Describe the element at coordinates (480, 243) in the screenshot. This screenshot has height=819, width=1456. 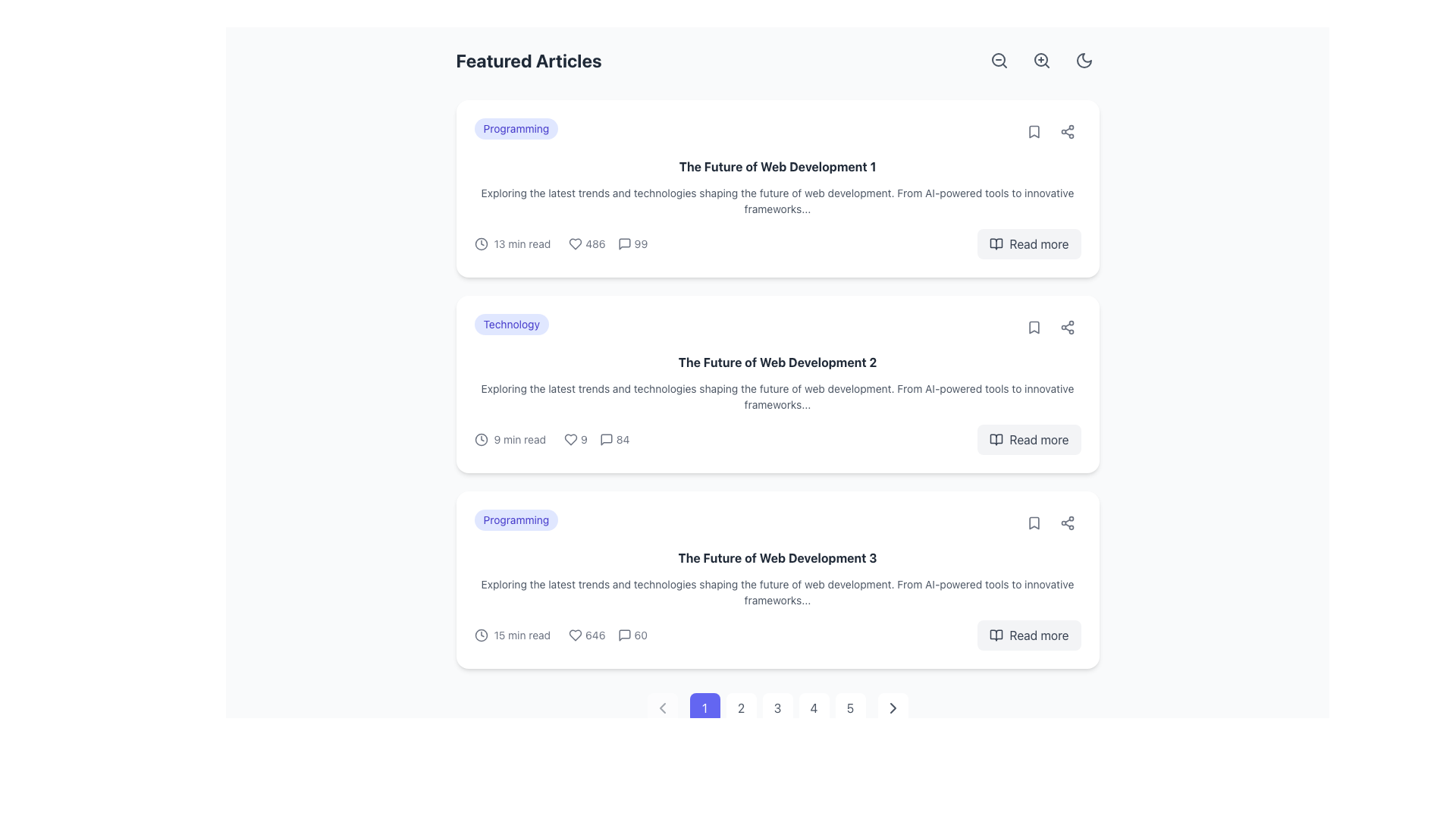
I see `the time-related icon located to the left of the '13 min read' text in the top article card` at that location.